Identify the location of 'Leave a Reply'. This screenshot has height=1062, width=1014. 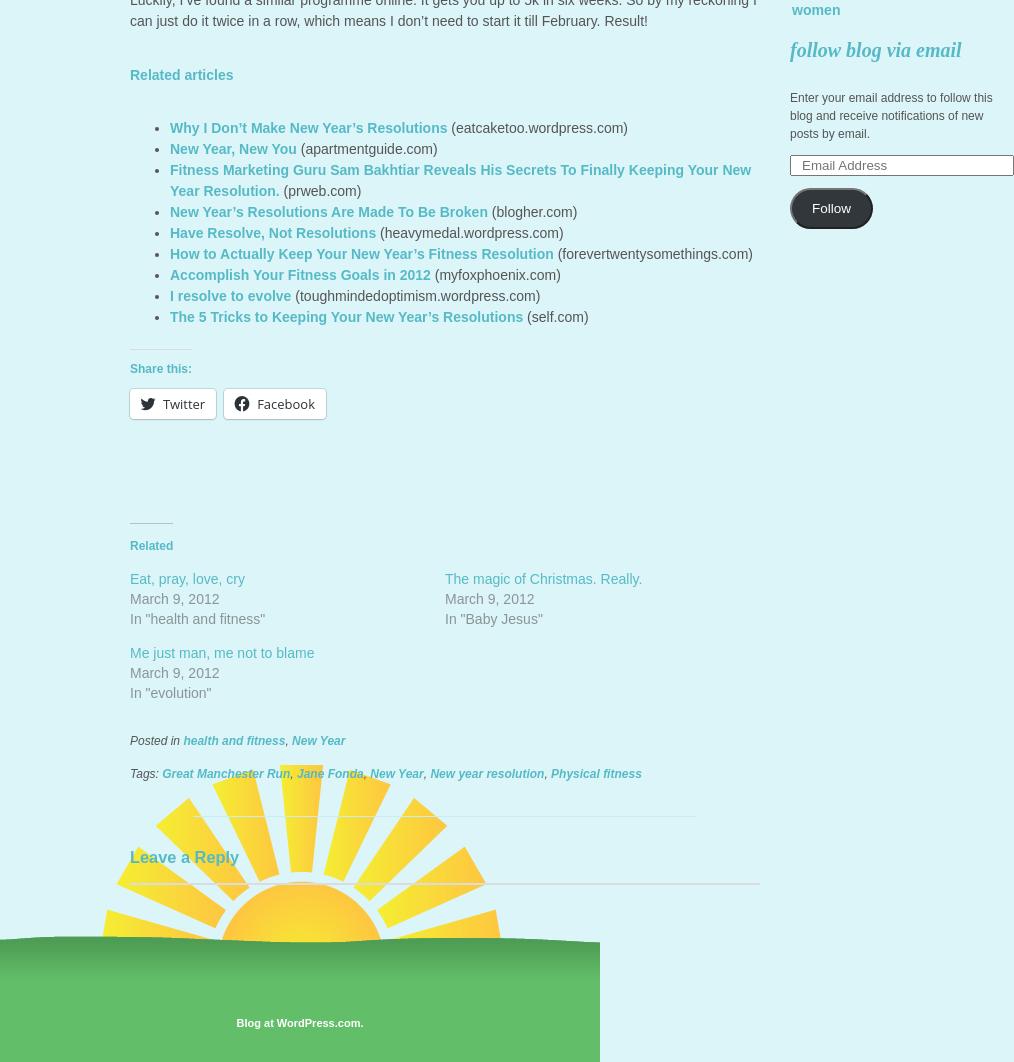
(129, 854).